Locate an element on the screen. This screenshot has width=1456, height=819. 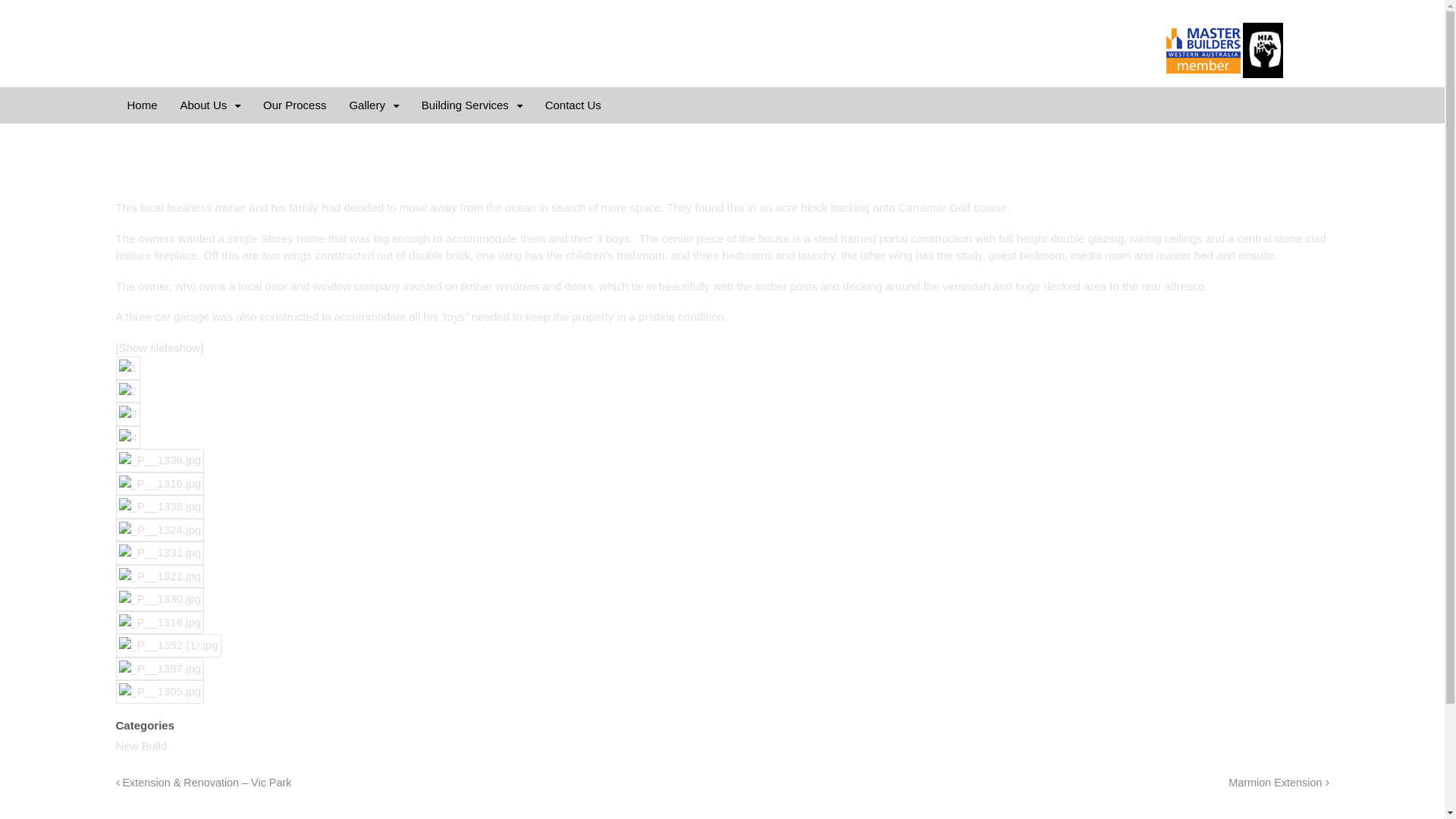
'_P__1324.jpg' is located at coordinates (115, 529).